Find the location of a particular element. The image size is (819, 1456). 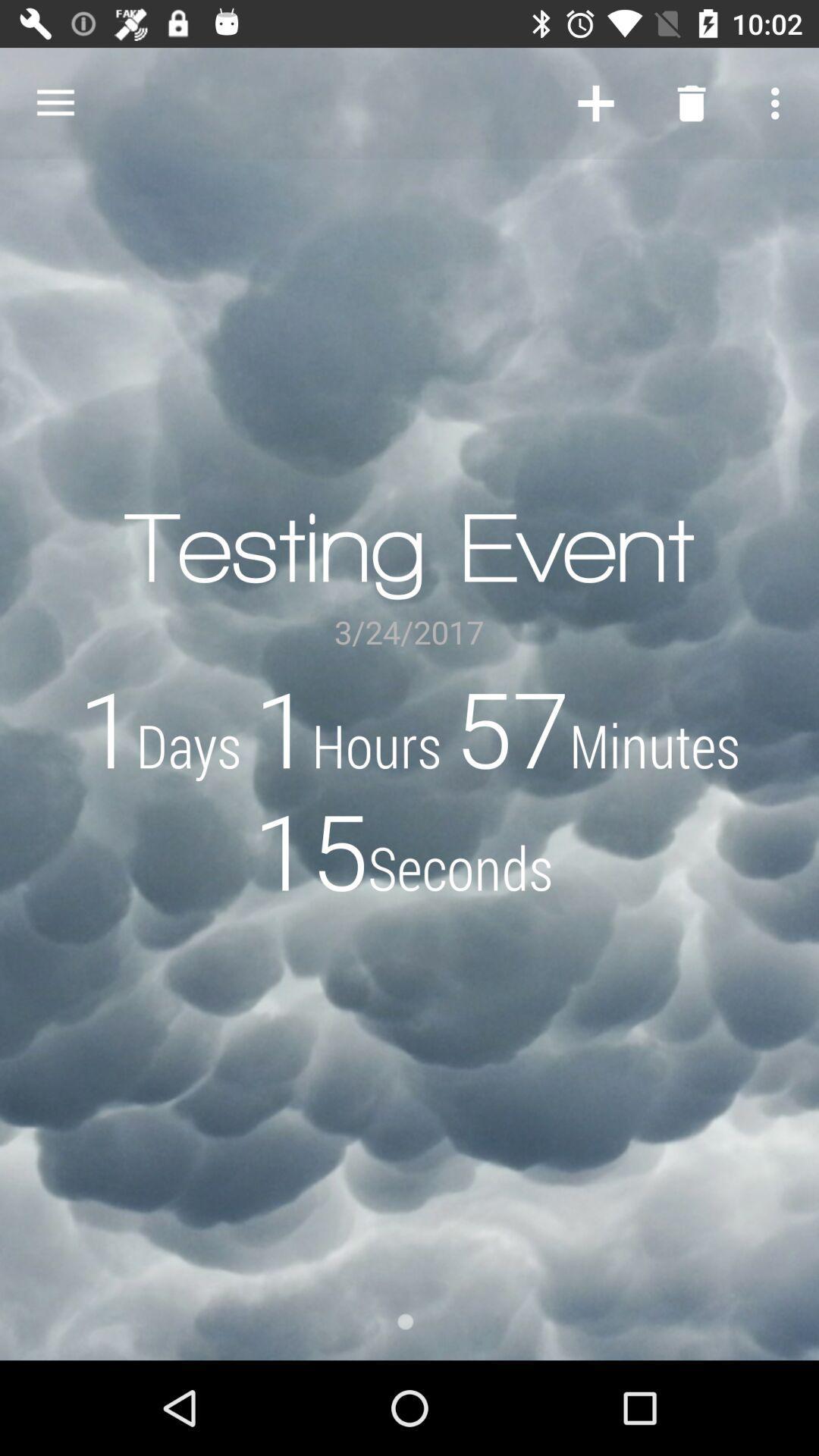

the item above the 1days 1hours 57minutes is located at coordinates (779, 102).